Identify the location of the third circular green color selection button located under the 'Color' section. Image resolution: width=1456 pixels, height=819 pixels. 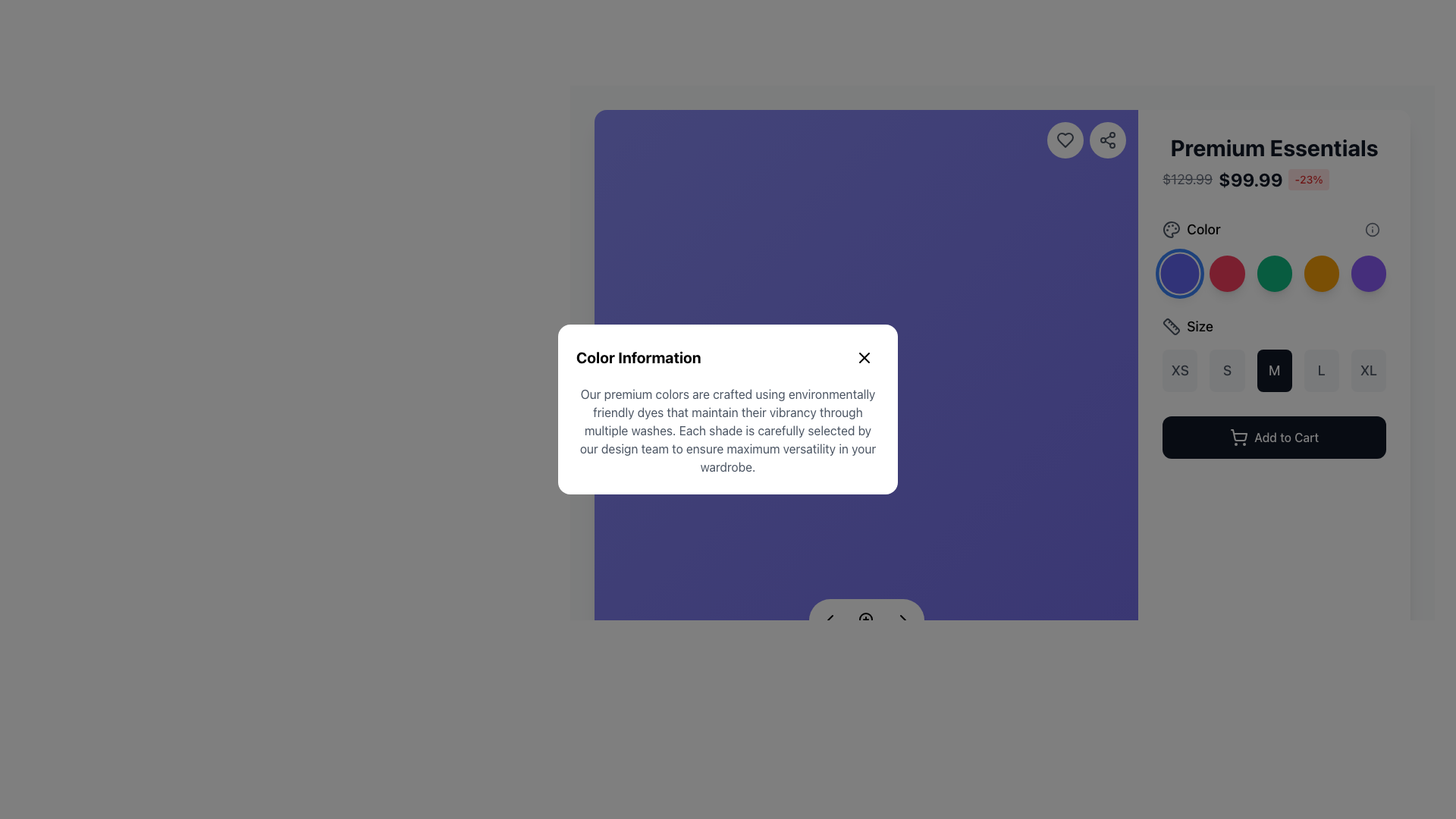
(1274, 253).